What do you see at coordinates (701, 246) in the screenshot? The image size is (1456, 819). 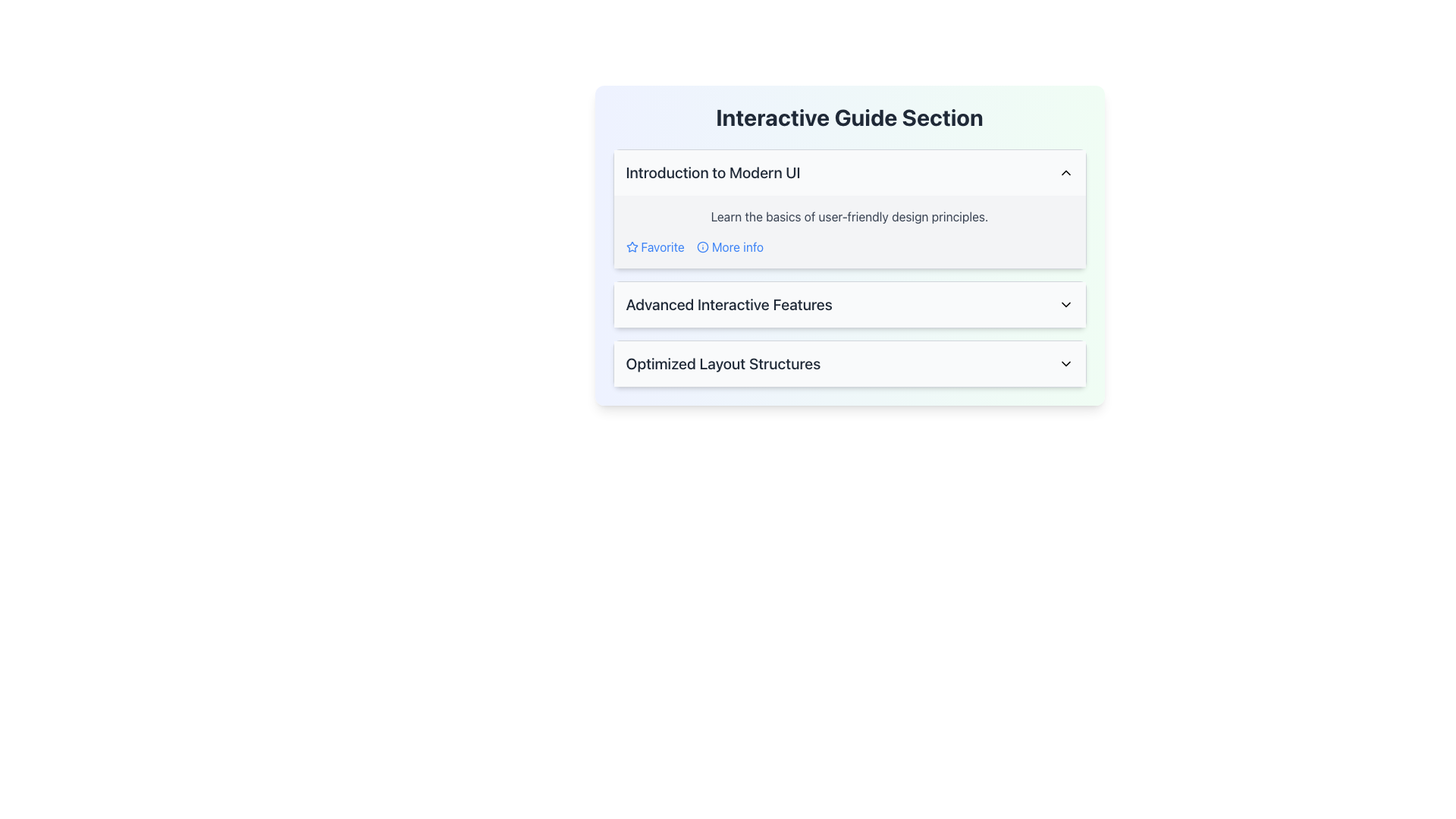 I see `the circular blue informational icon located to the left of the 'More info' text link in the 'Interactive Guide Section' box` at bounding box center [701, 246].